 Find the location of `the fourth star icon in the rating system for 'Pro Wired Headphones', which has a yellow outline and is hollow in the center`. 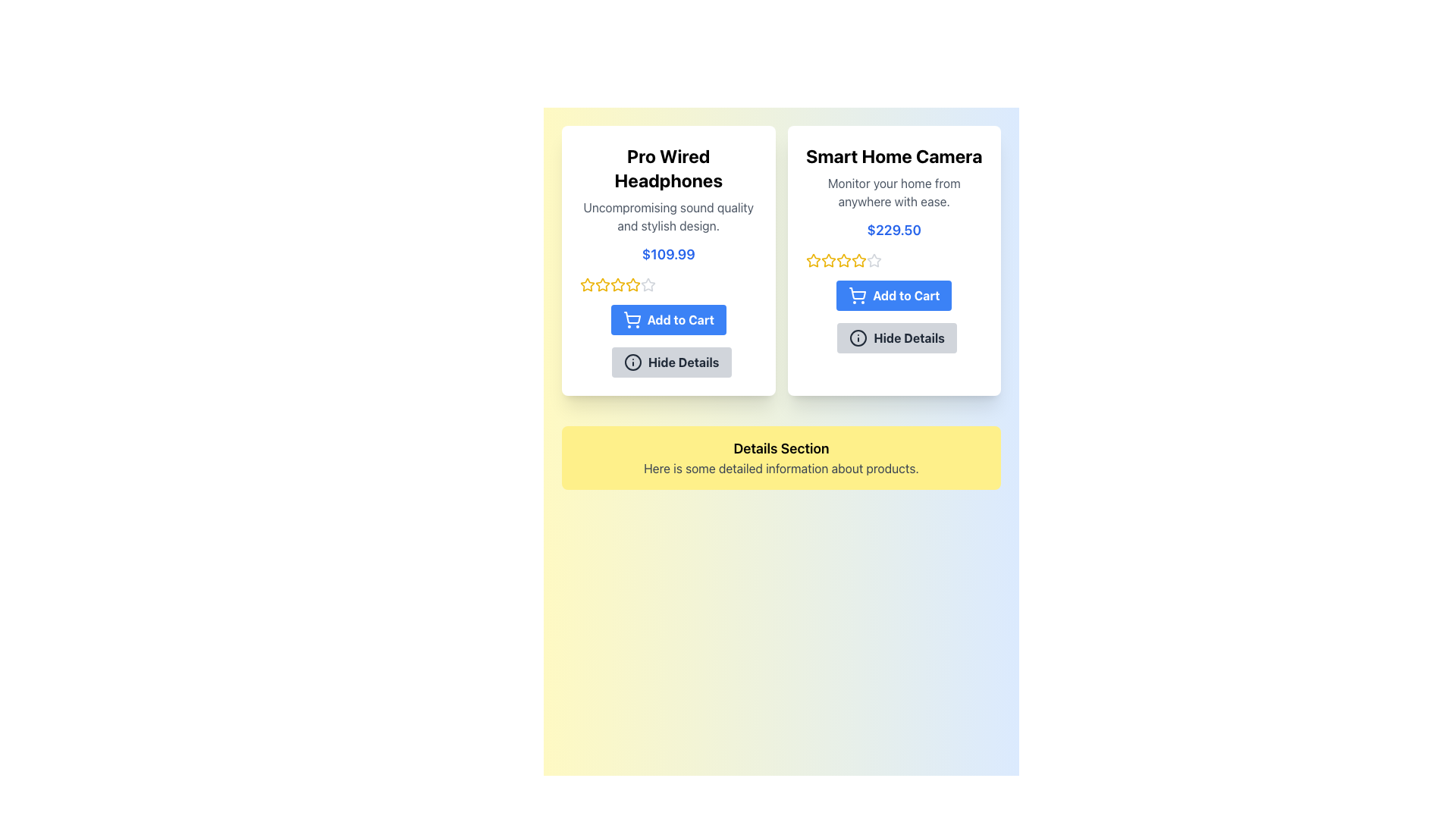

the fourth star icon in the rating system for 'Pro Wired Headphones', which has a yellow outline and is hollow in the center is located at coordinates (633, 284).